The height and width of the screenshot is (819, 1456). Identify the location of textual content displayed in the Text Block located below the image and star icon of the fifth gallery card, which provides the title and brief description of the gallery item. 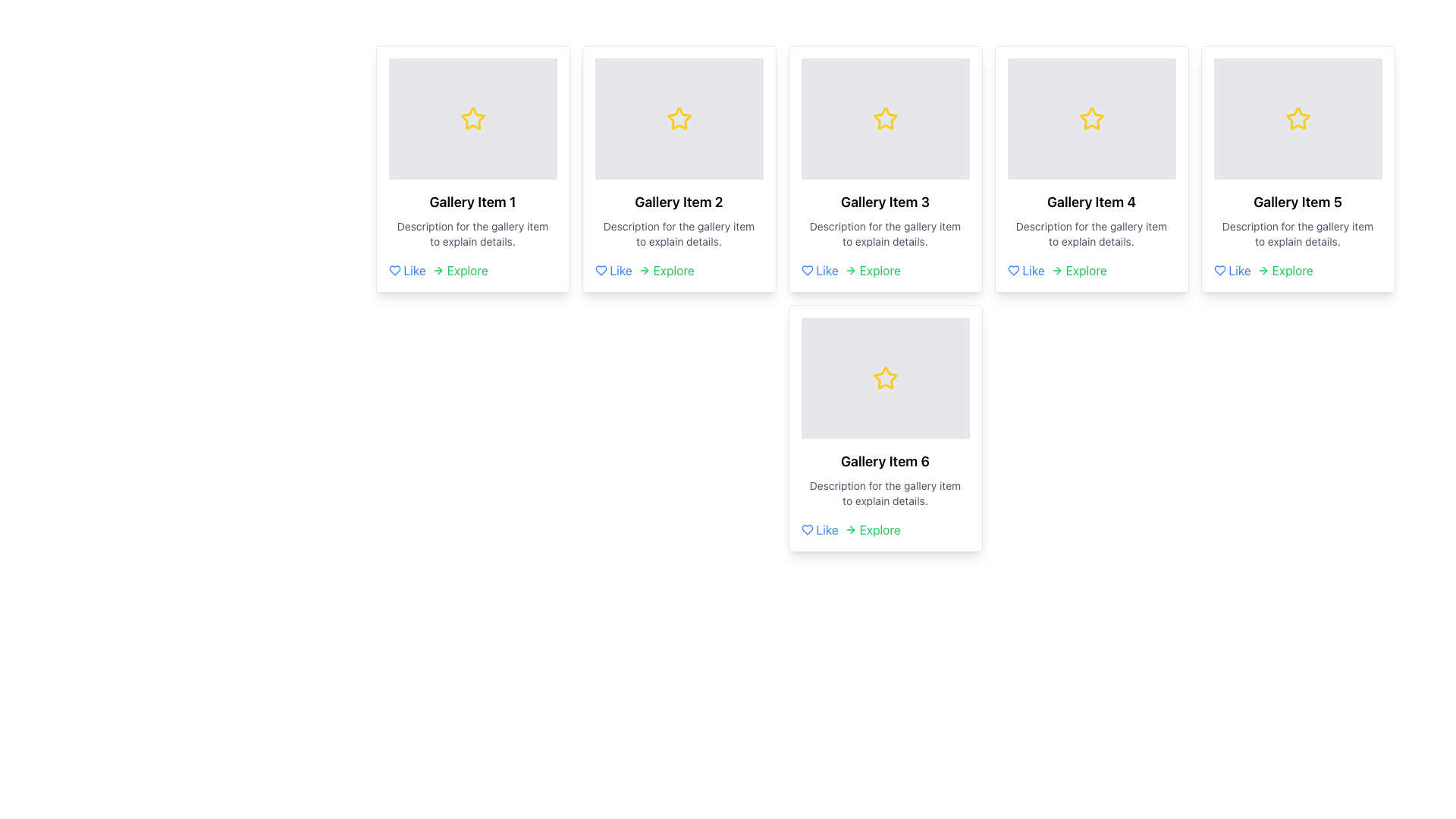
(1297, 220).